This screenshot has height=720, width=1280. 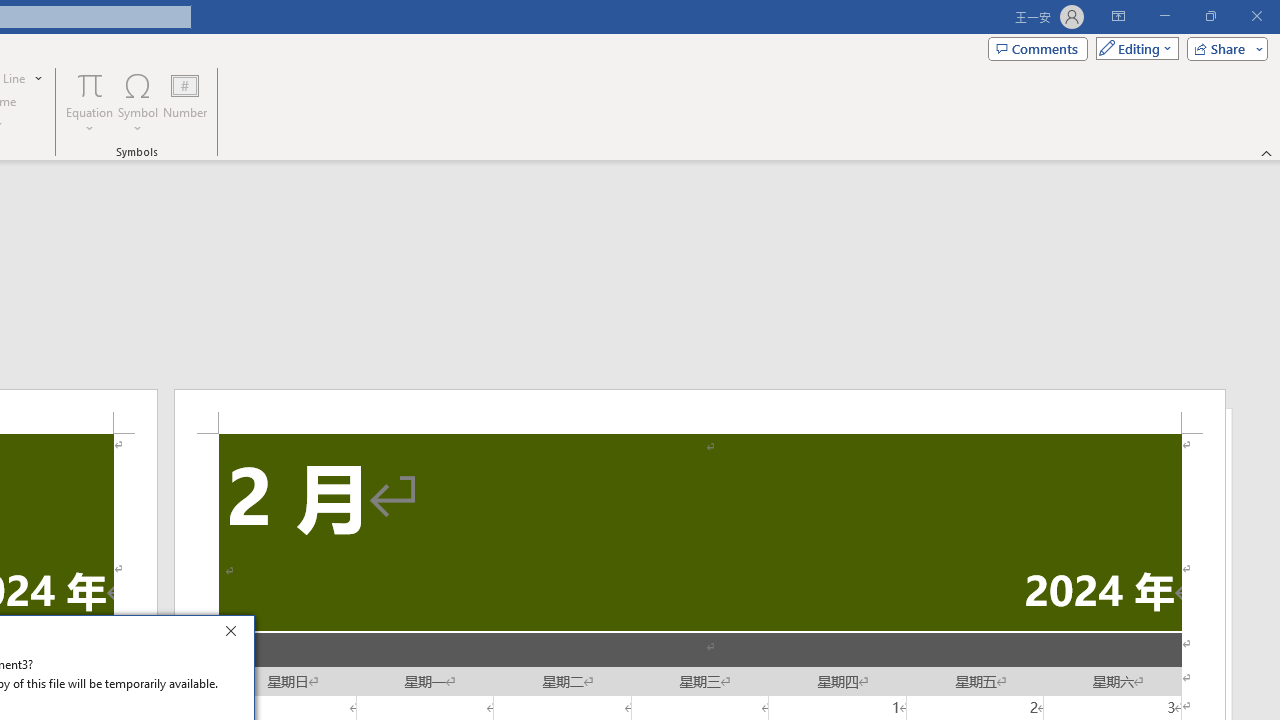 What do you see at coordinates (236, 633) in the screenshot?
I see `'Close'` at bounding box center [236, 633].